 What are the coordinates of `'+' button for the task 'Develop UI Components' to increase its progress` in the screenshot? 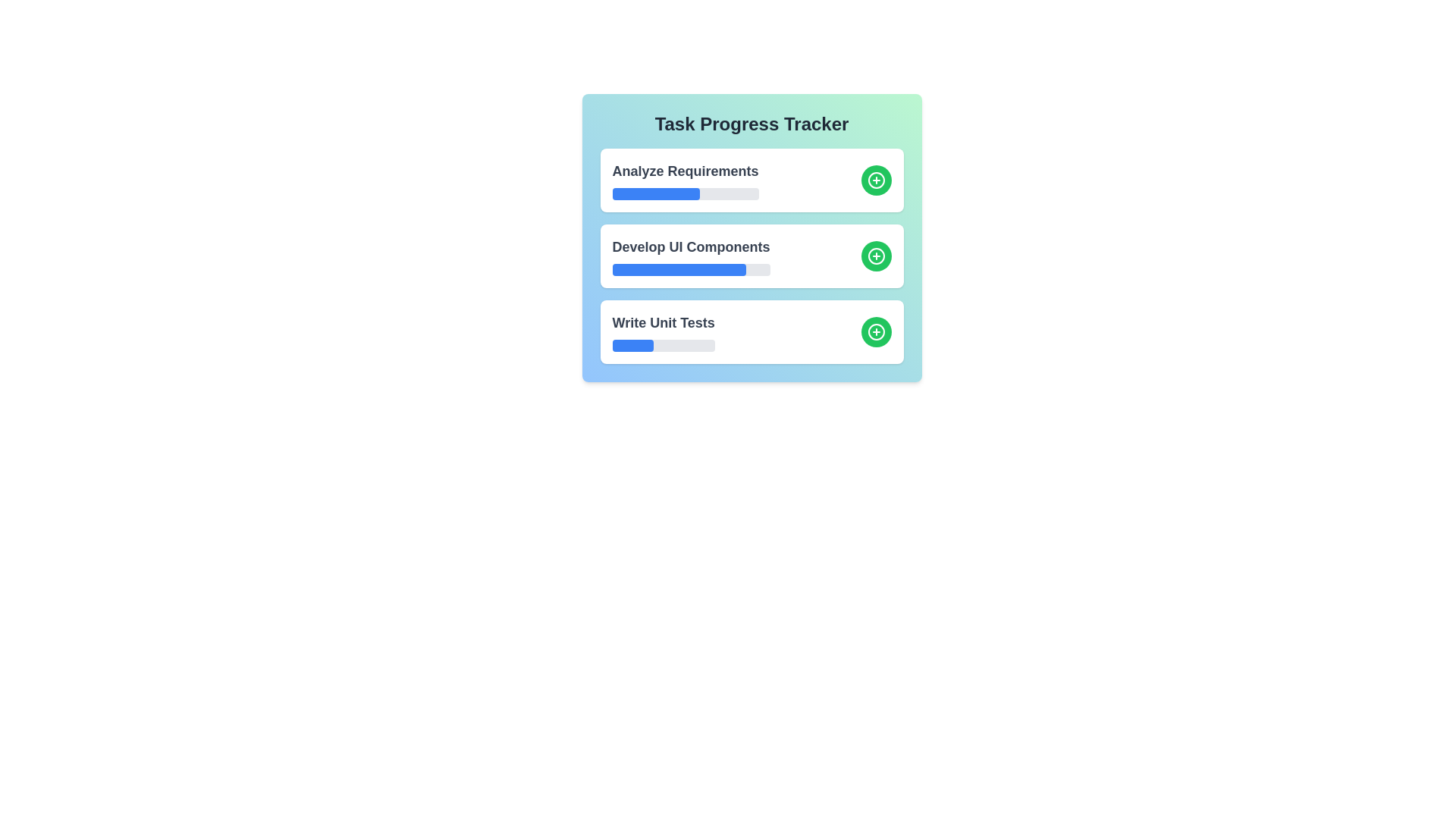 It's located at (876, 256).